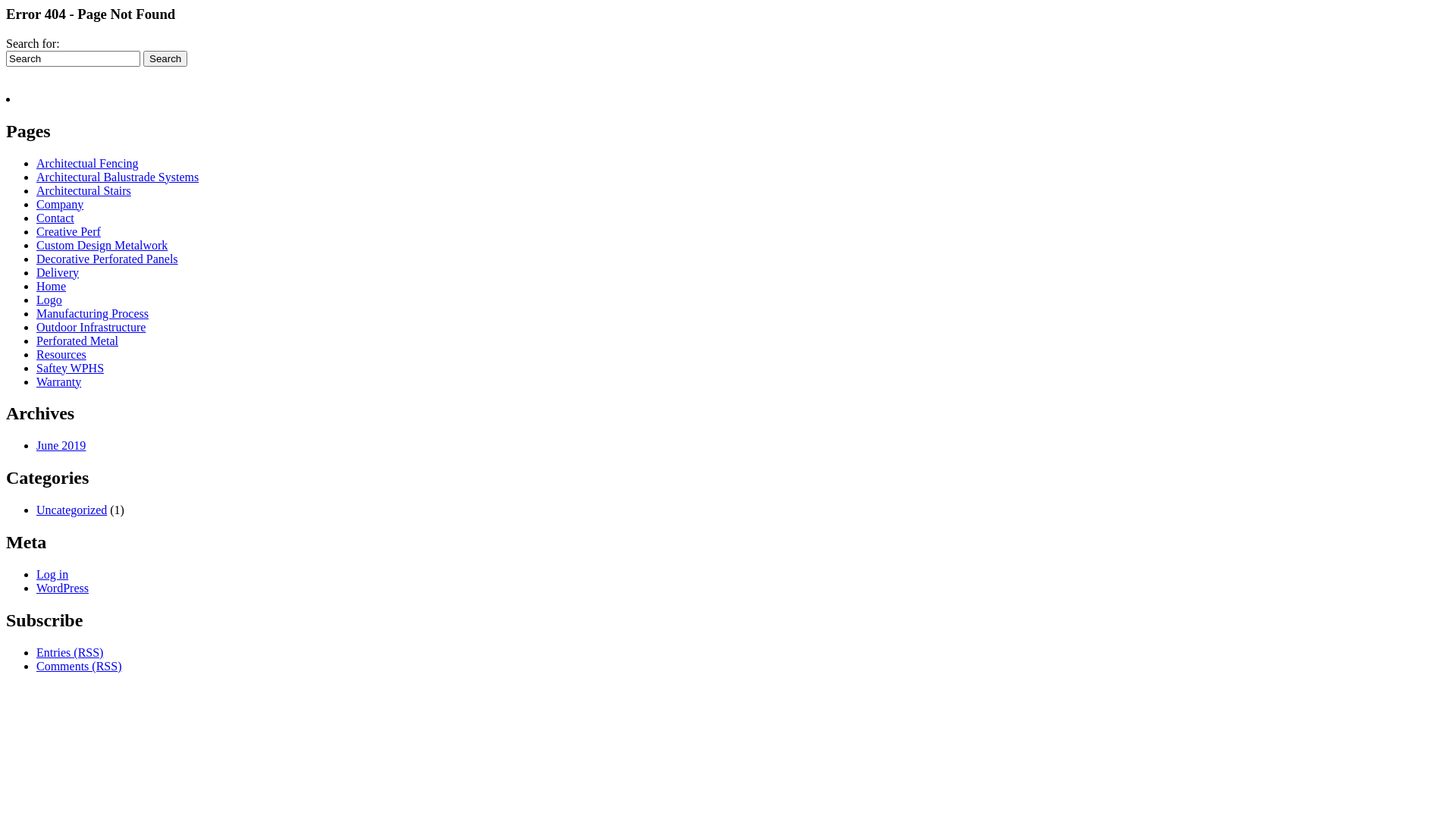 The width and height of the screenshot is (1456, 819). I want to click on 'Custom Design Metalwork', so click(101, 244).